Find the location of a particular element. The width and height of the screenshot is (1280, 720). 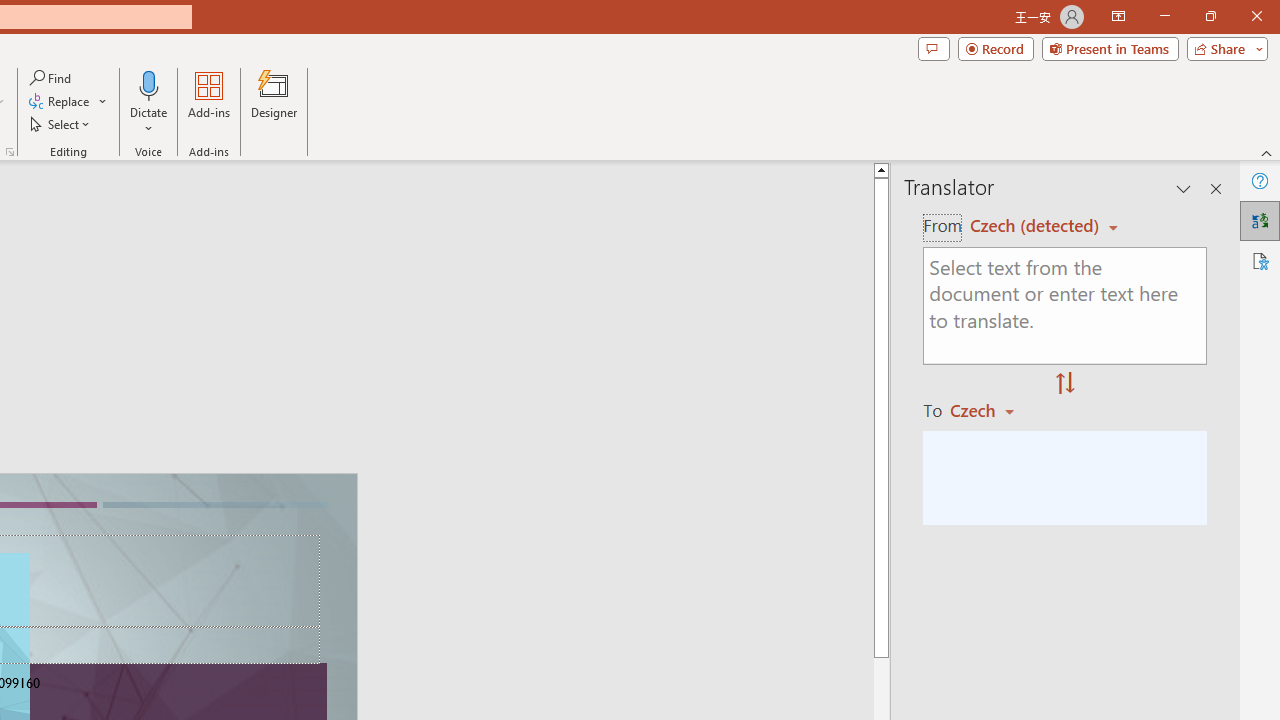

'Czech' is located at coordinates (991, 409).